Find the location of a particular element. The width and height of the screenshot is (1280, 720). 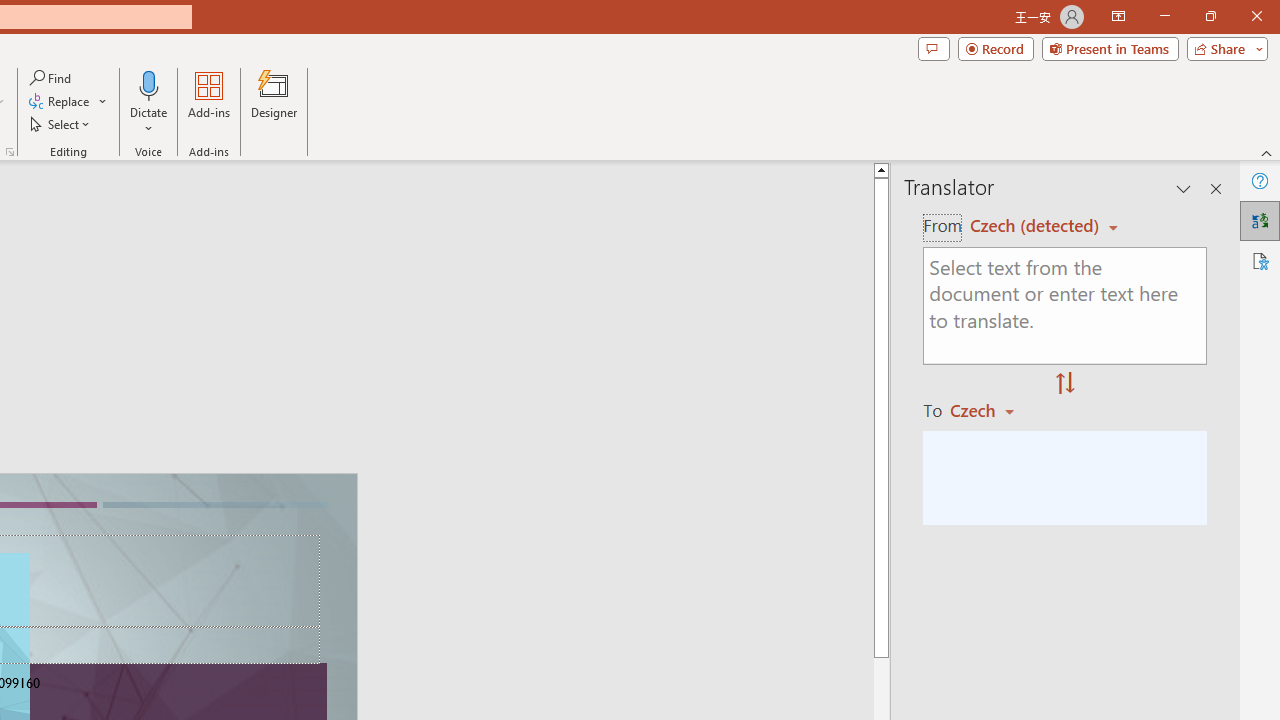

'Czech' is located at coordinates (991, 409).